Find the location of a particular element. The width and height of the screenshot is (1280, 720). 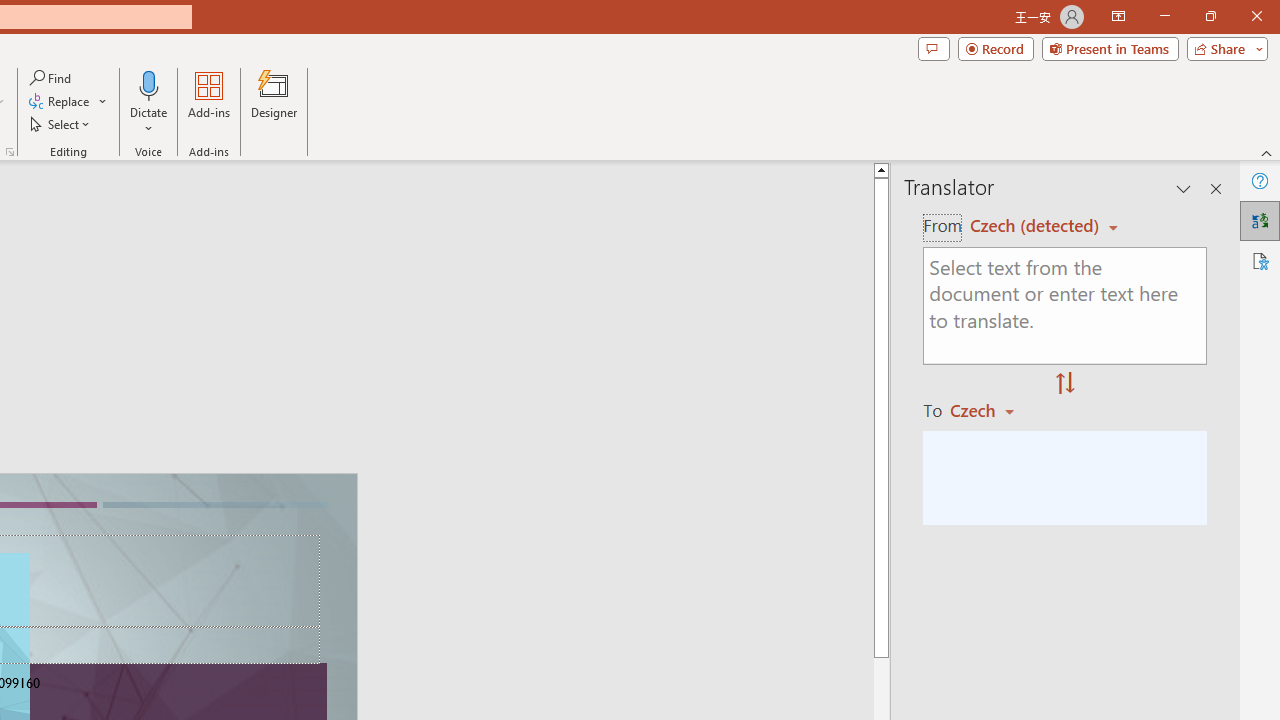

'Czech' is located at coordinates (991, 409).